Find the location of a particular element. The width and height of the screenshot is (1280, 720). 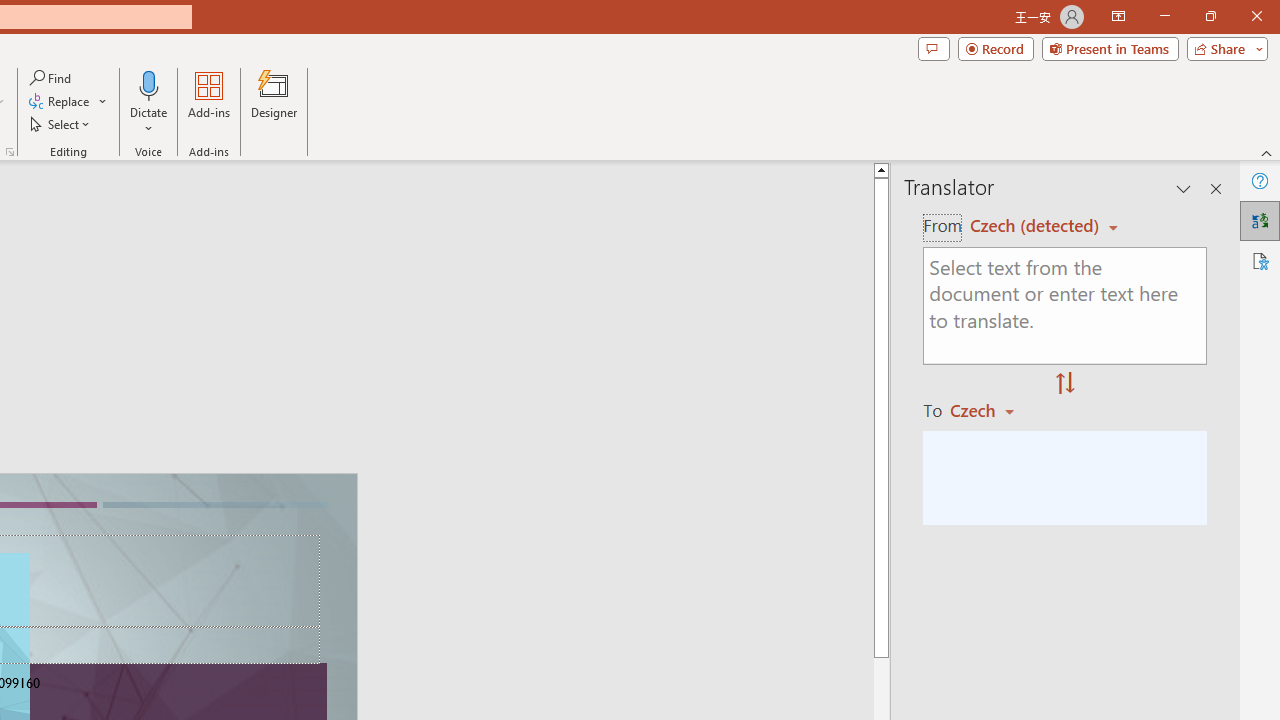

'Czech' is located at coordinates (991, 409).